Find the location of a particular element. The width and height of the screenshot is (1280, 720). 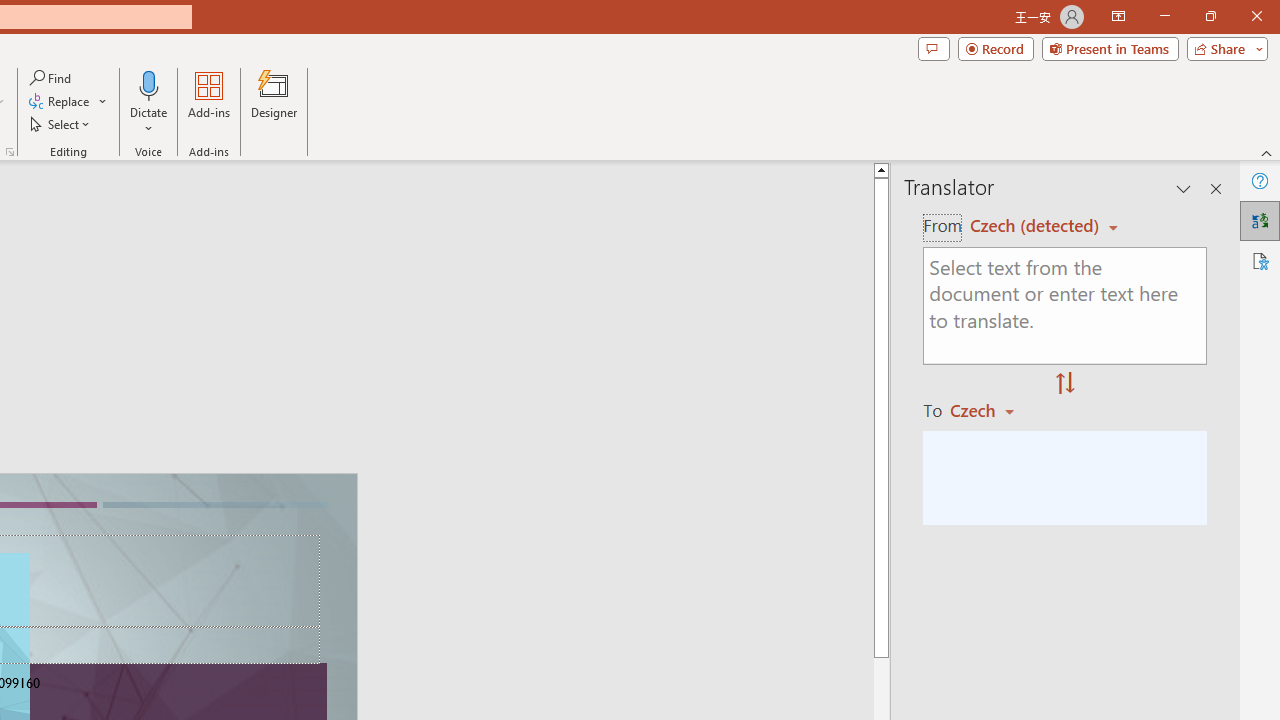

'Czech' is located at coordinates (991, 409).